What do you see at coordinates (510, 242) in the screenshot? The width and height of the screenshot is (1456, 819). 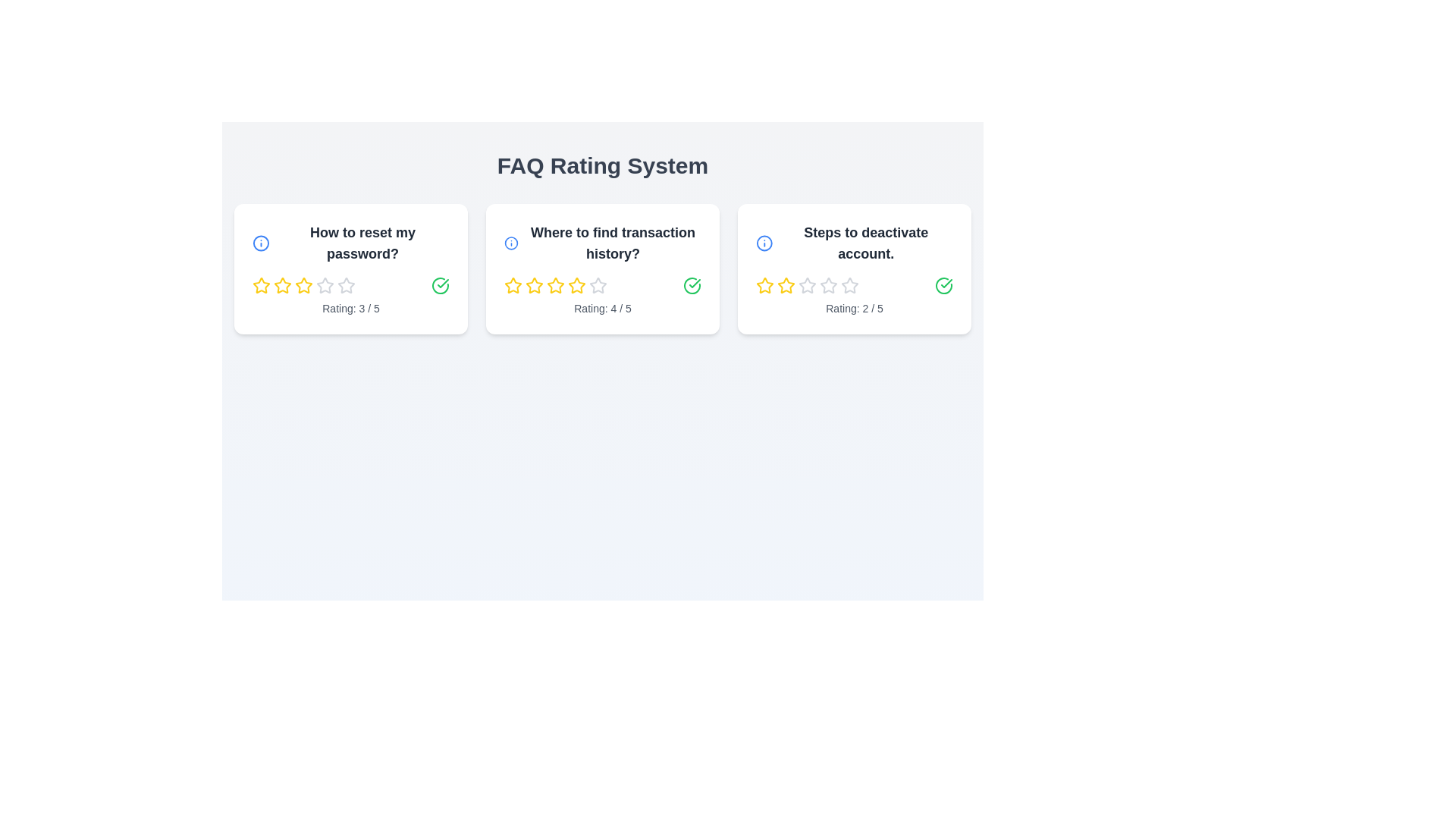 I see `the information icon of the FAQ card titled 'Where to find transaction history?'` at bounding box center [510, 242].